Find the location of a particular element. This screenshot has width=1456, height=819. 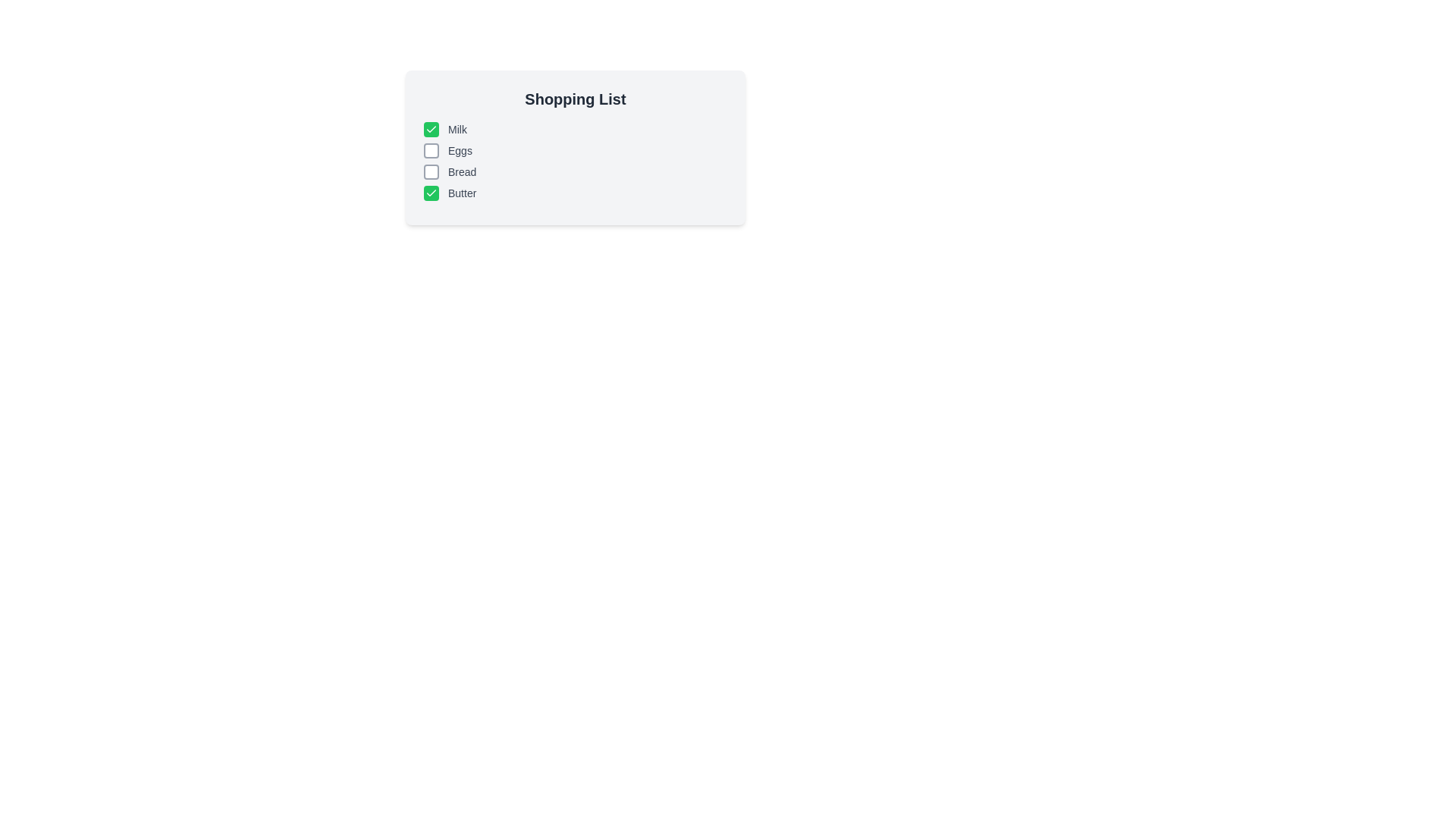

the checkbox for 'Bread' to toggle its state is located at coordinates (431, 171).